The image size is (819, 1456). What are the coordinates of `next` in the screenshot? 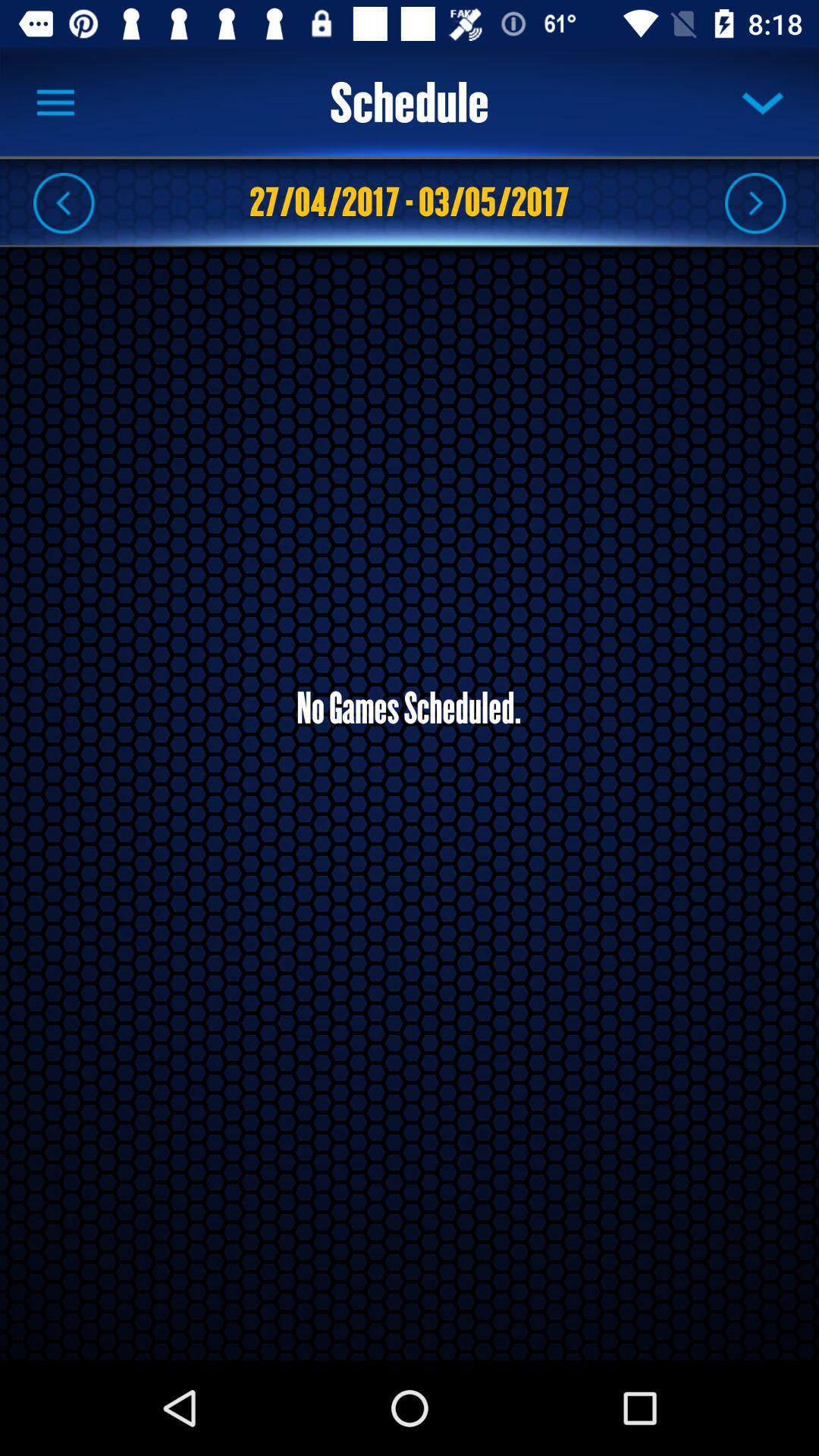 It's located at (755, 202).